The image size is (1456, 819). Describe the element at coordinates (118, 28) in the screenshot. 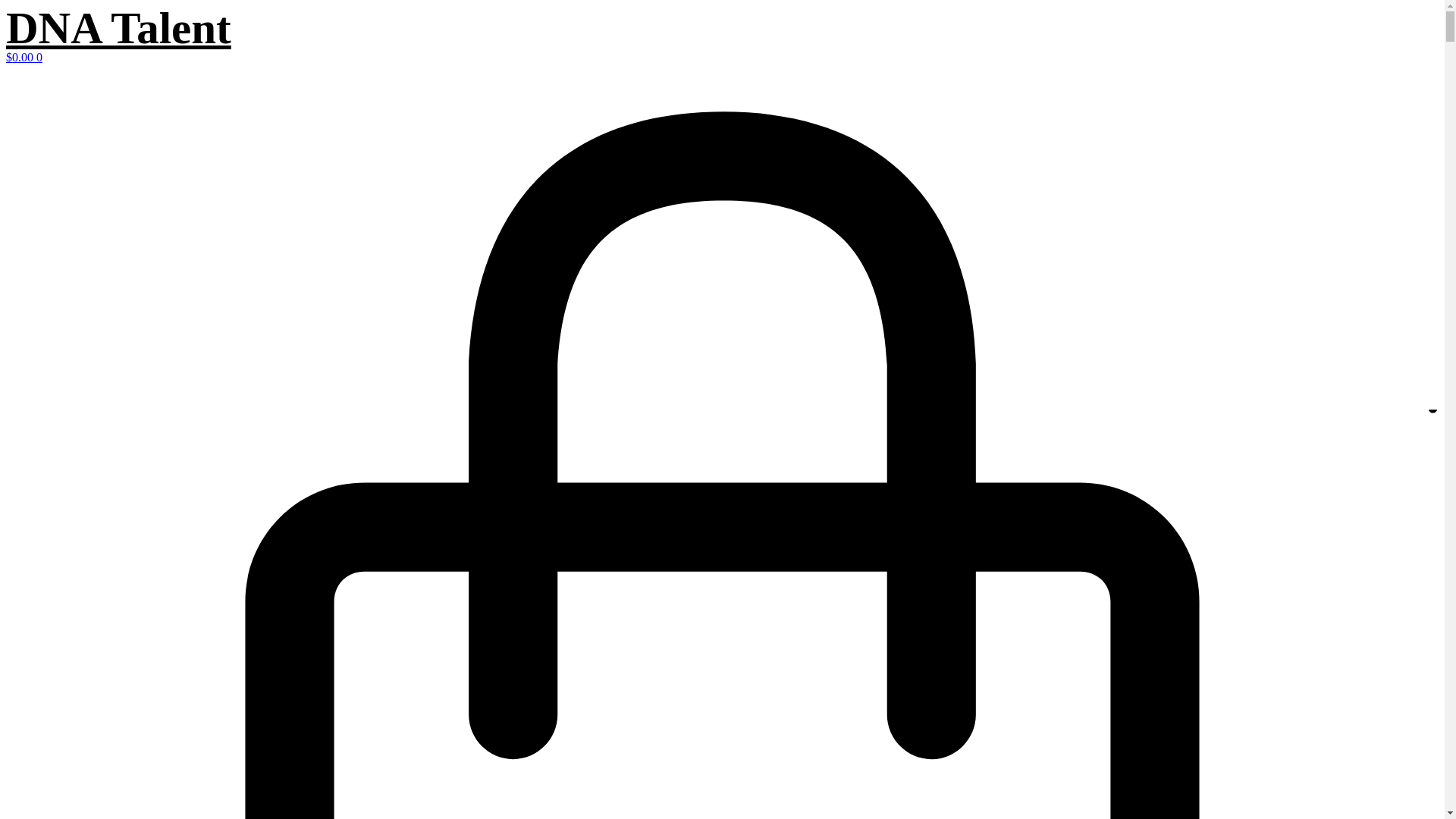

I see `'DNA Talent'` at that location.